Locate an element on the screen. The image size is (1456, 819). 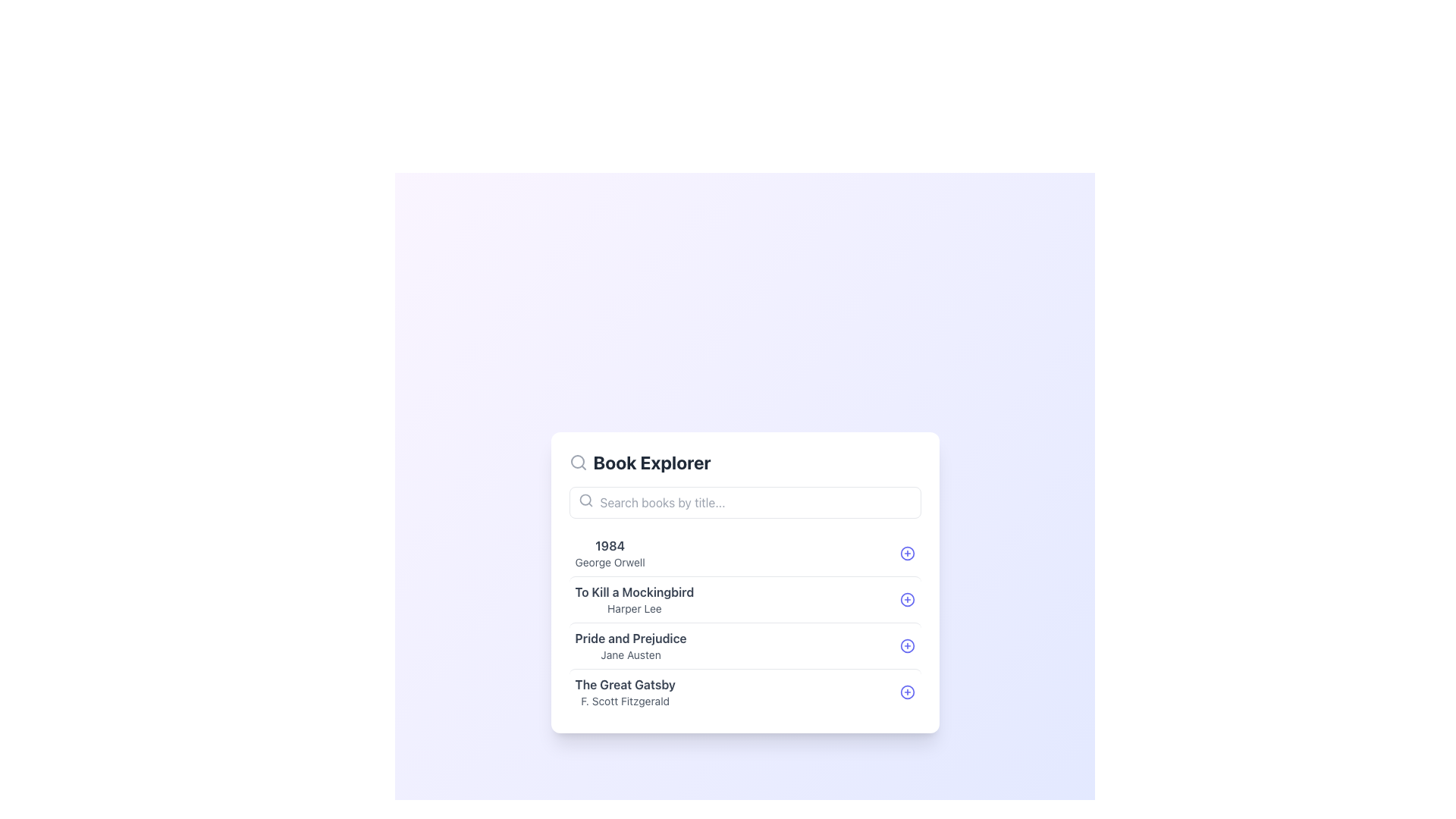
the magnifying glass icon representing the search function, located to the left of the 'Book Explorer' title is located at coordinates (577, 461).